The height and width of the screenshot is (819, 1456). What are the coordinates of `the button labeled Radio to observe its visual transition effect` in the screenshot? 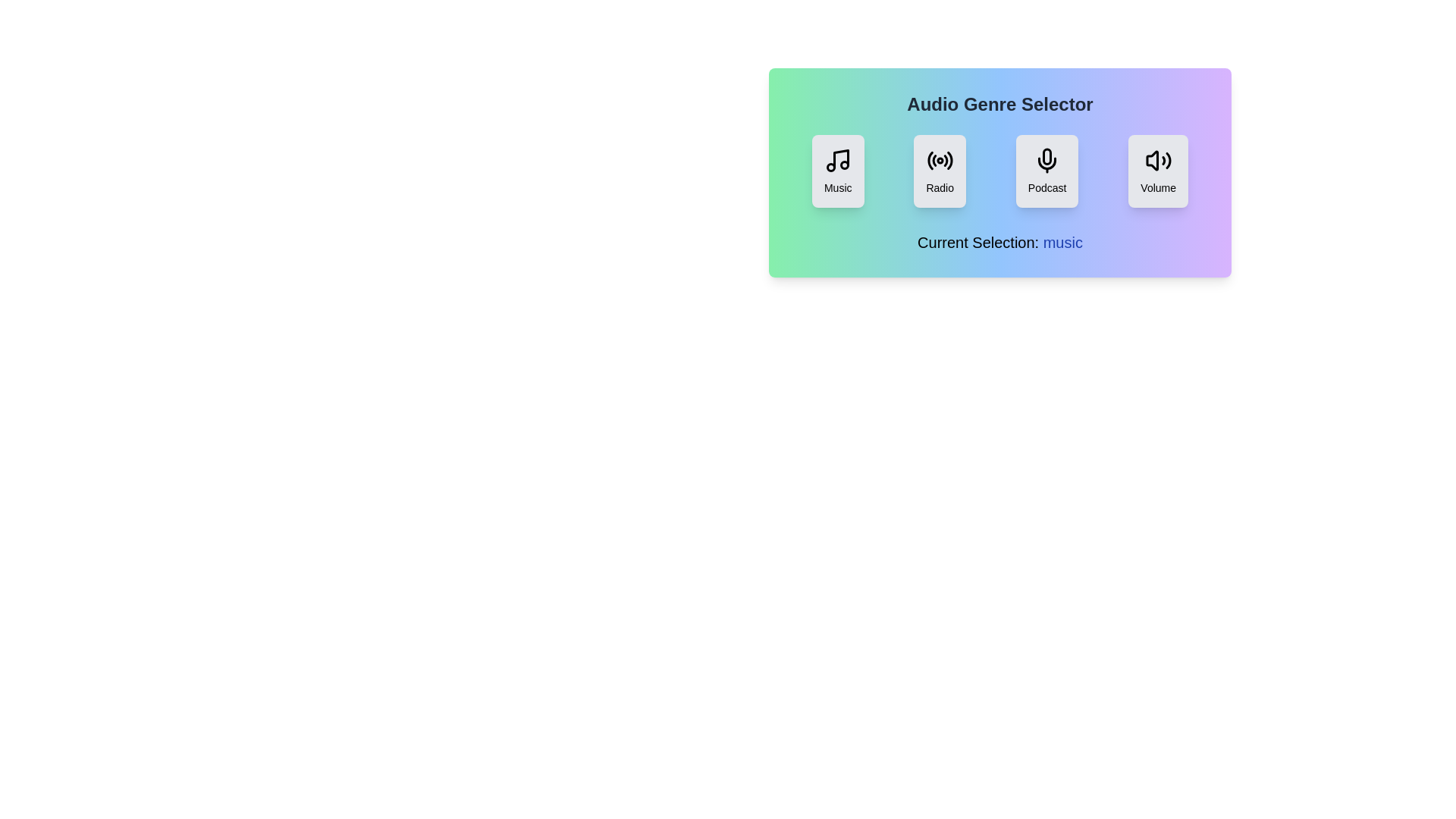 It's located at (938, 171).